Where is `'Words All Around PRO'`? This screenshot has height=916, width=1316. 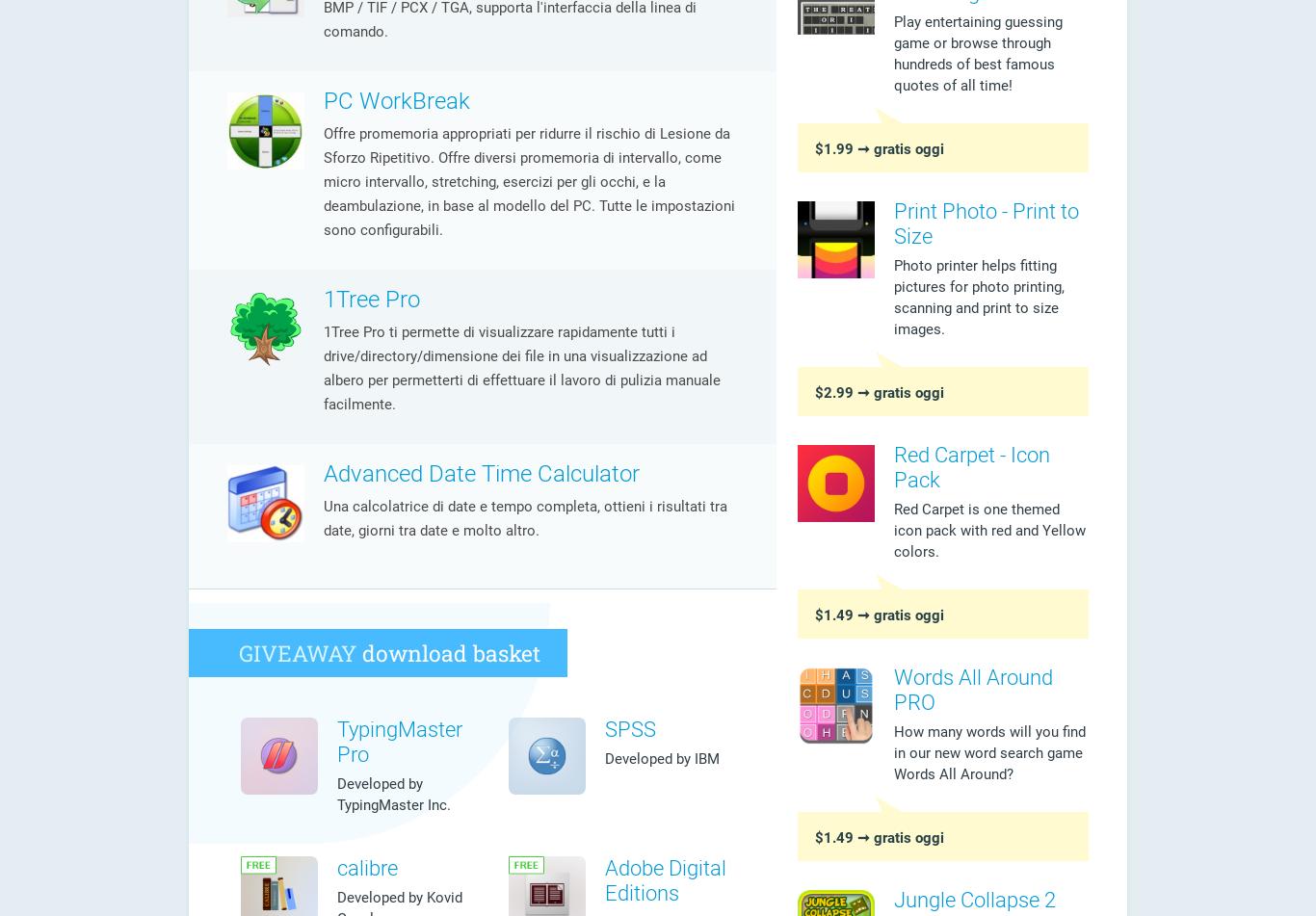
'Words All Around PRO' is located at coordinates (973, 688).